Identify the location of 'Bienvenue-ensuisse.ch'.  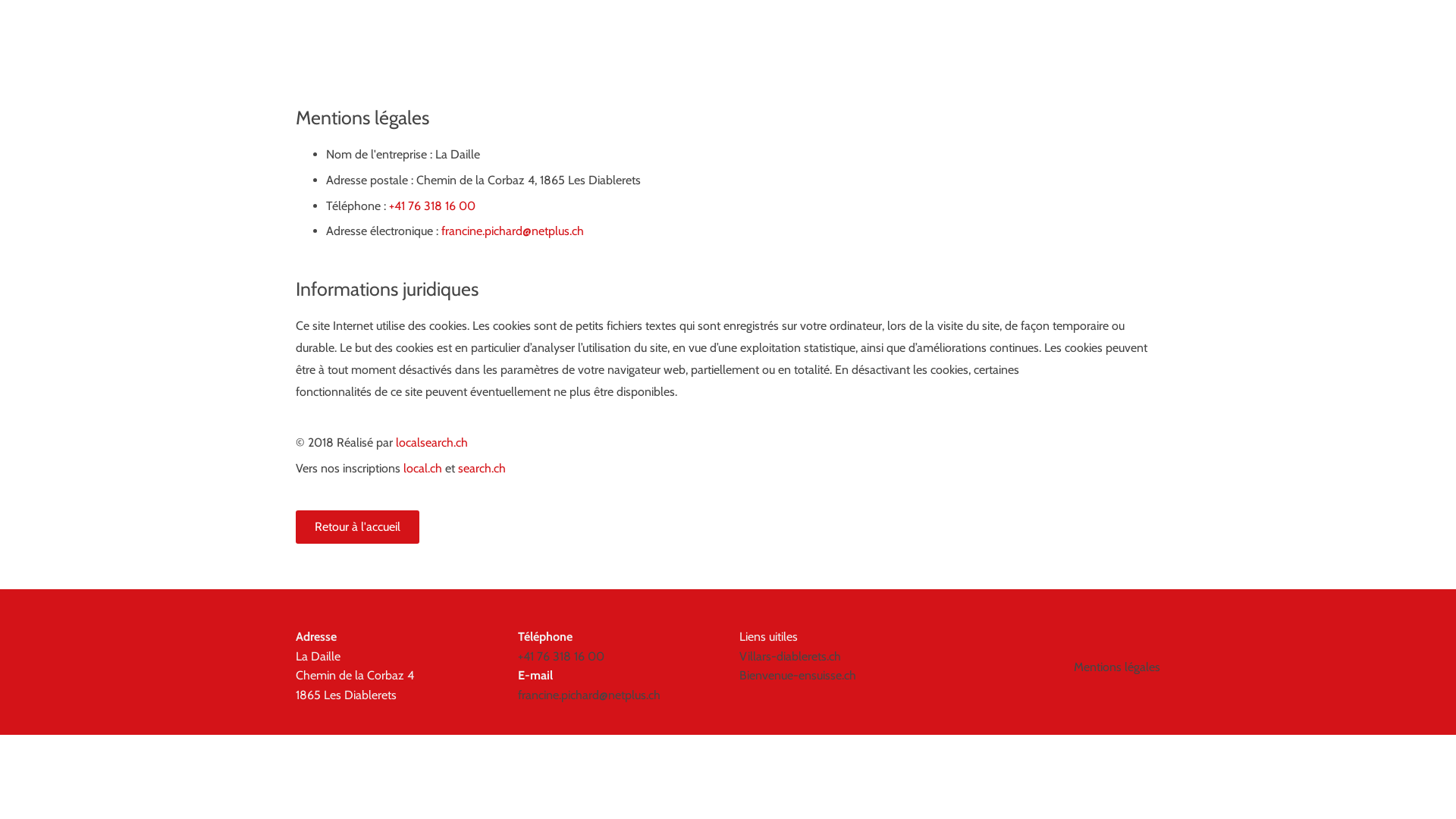
(796, 674).